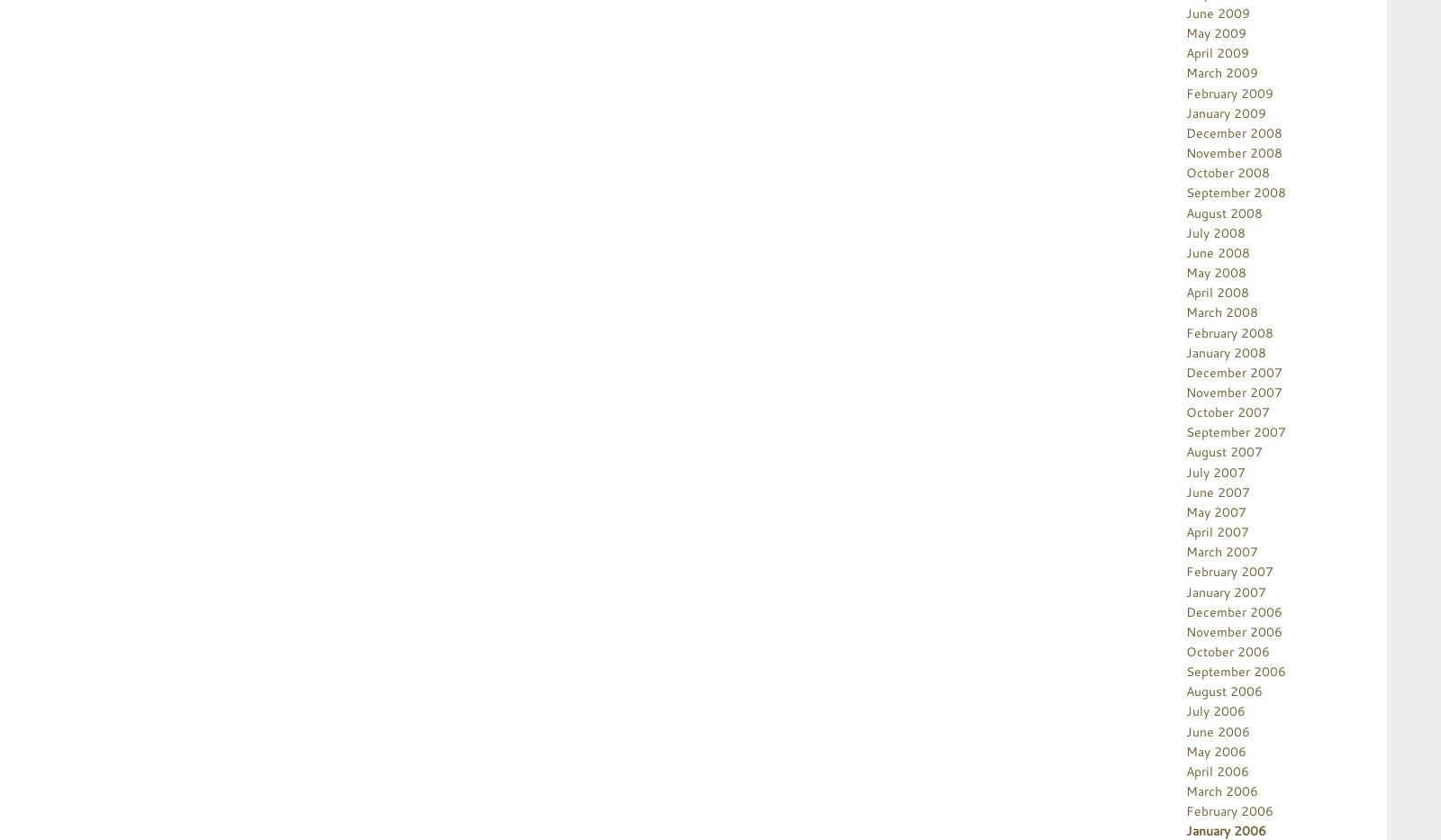  Describe the element at coordinates (1184, 769) in the screenshot. I see `'April 2006'` at that location.